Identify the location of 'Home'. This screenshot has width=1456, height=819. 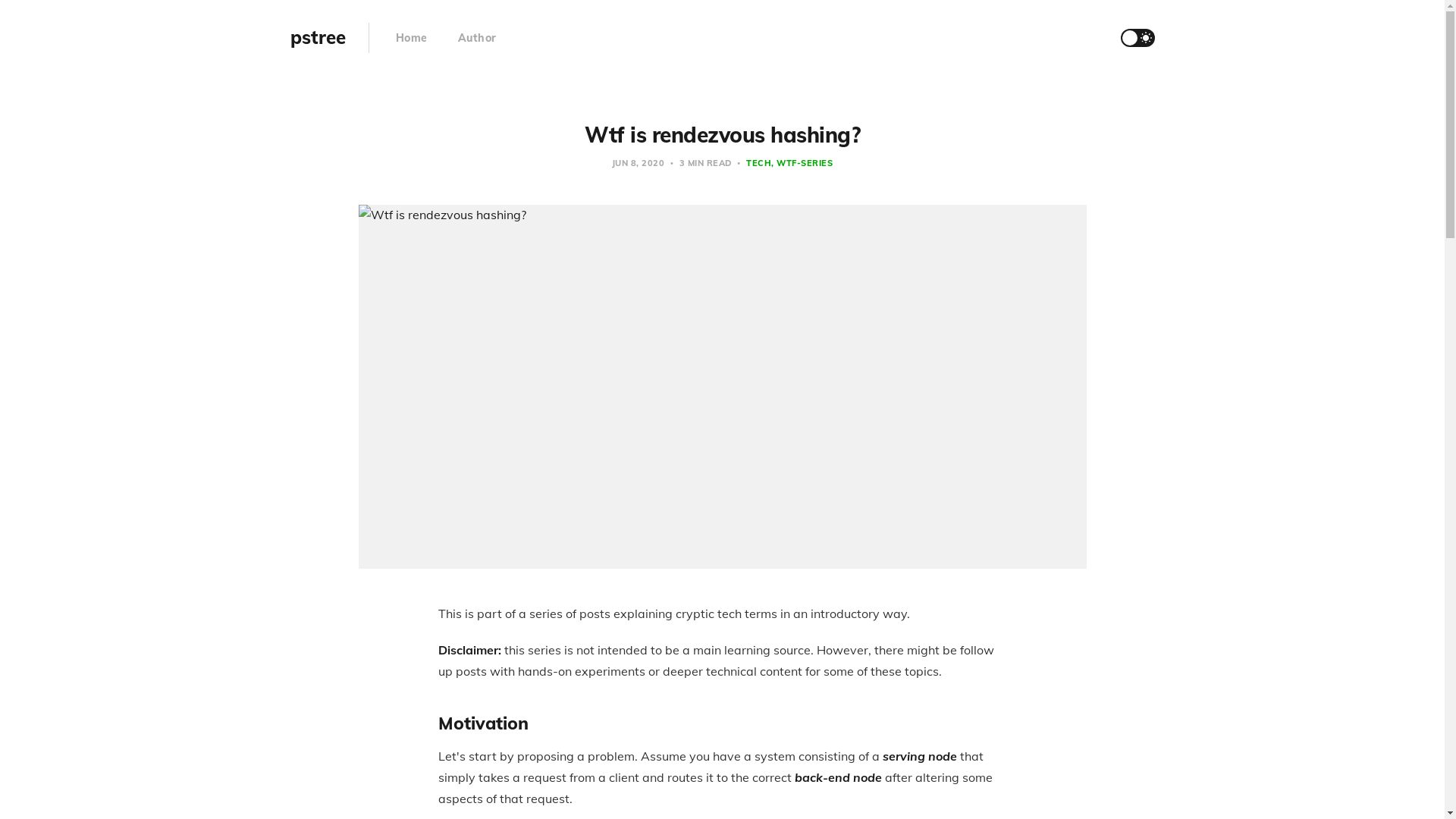
(411, 37).